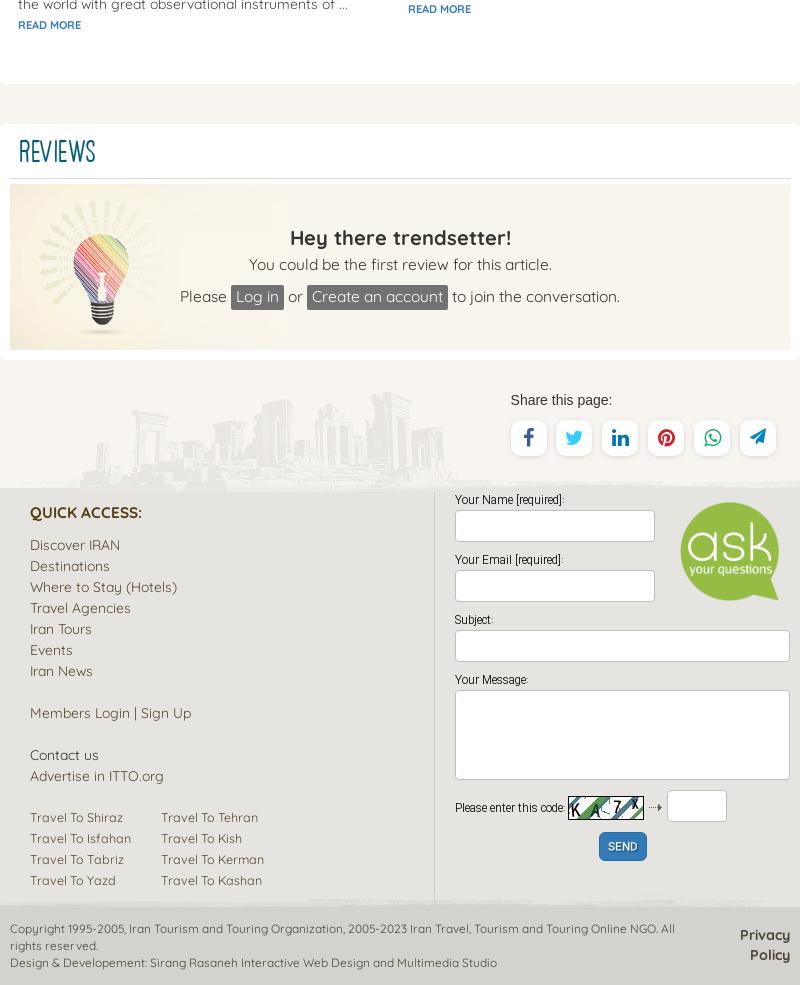 This screenshot has height=985, width=800. I want to click on 'Please enter this code:', so click(510, 806).